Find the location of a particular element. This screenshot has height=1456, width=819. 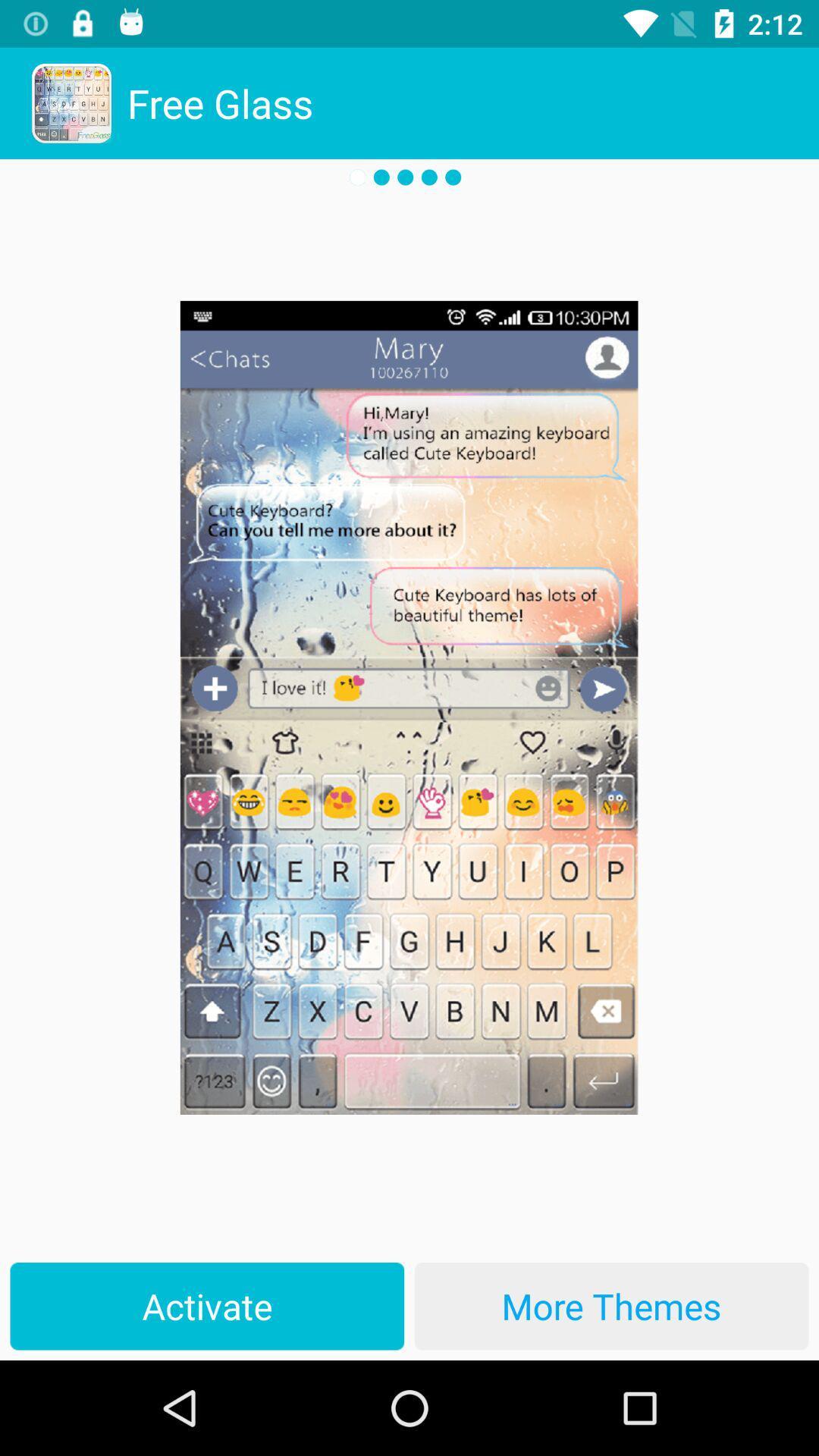

the more themes icon is located at coordinates (610, 1305).